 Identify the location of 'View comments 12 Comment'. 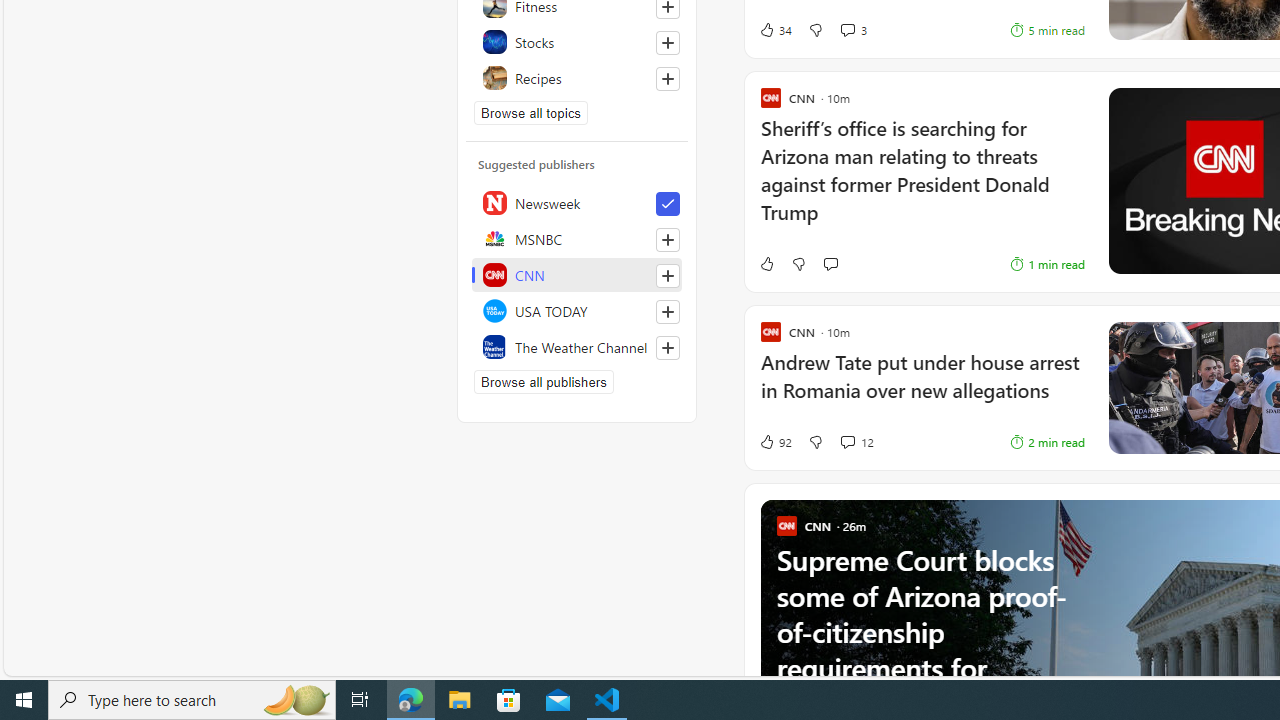
(834, 441).